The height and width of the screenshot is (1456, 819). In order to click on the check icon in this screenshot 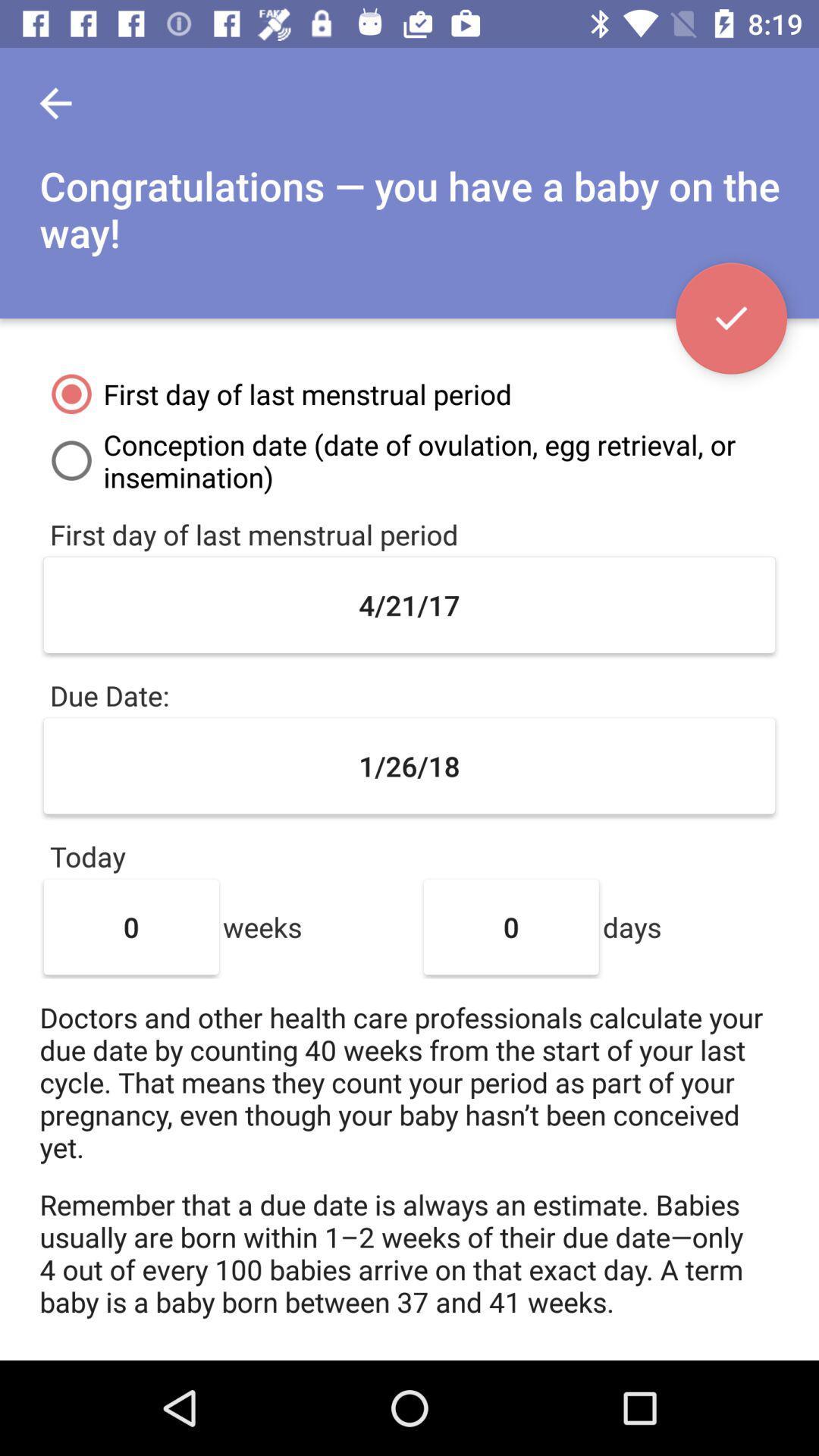, I will do `click(730, 318)`.